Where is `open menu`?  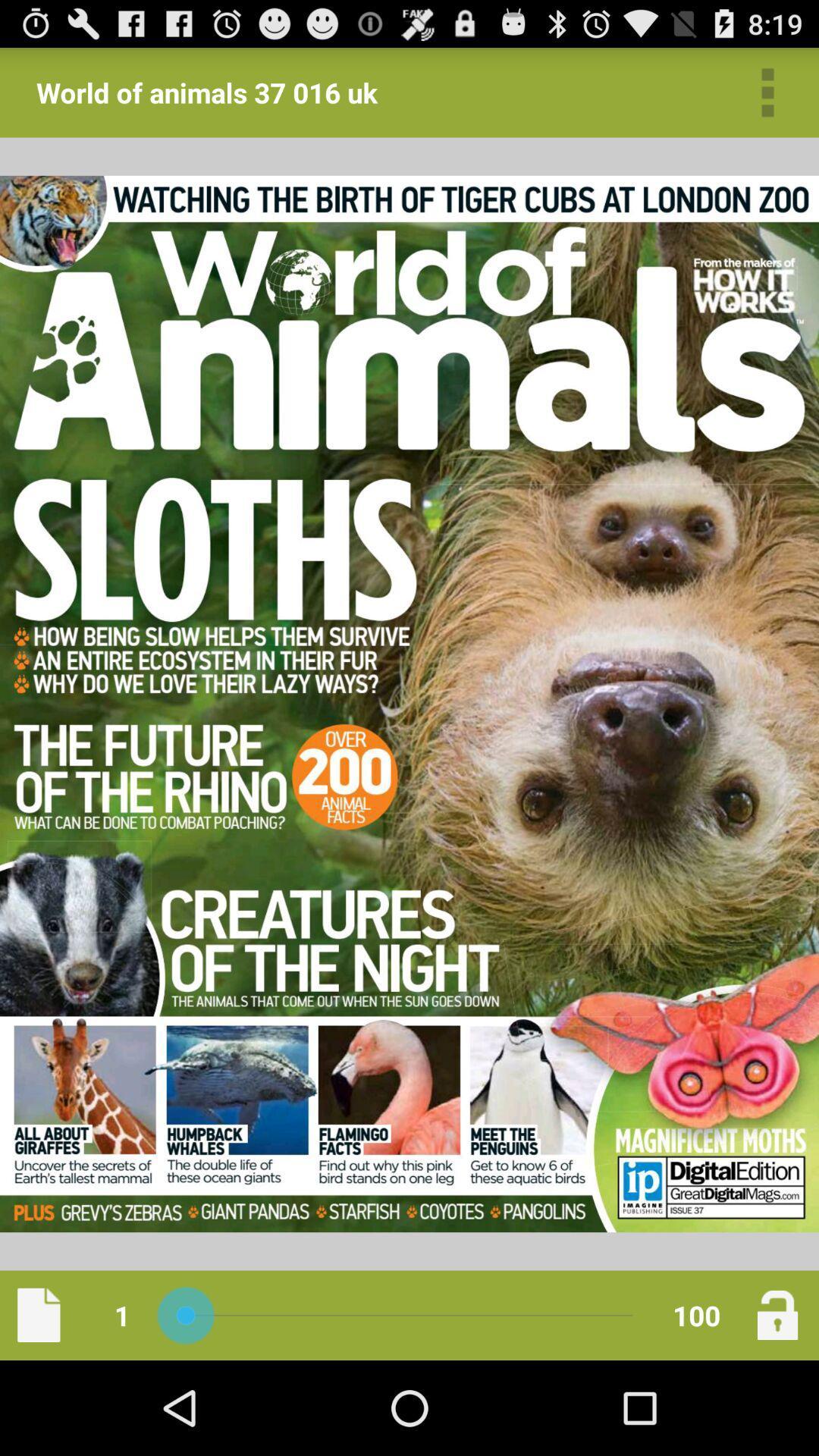 open menu is located at coordinates (767, 92).